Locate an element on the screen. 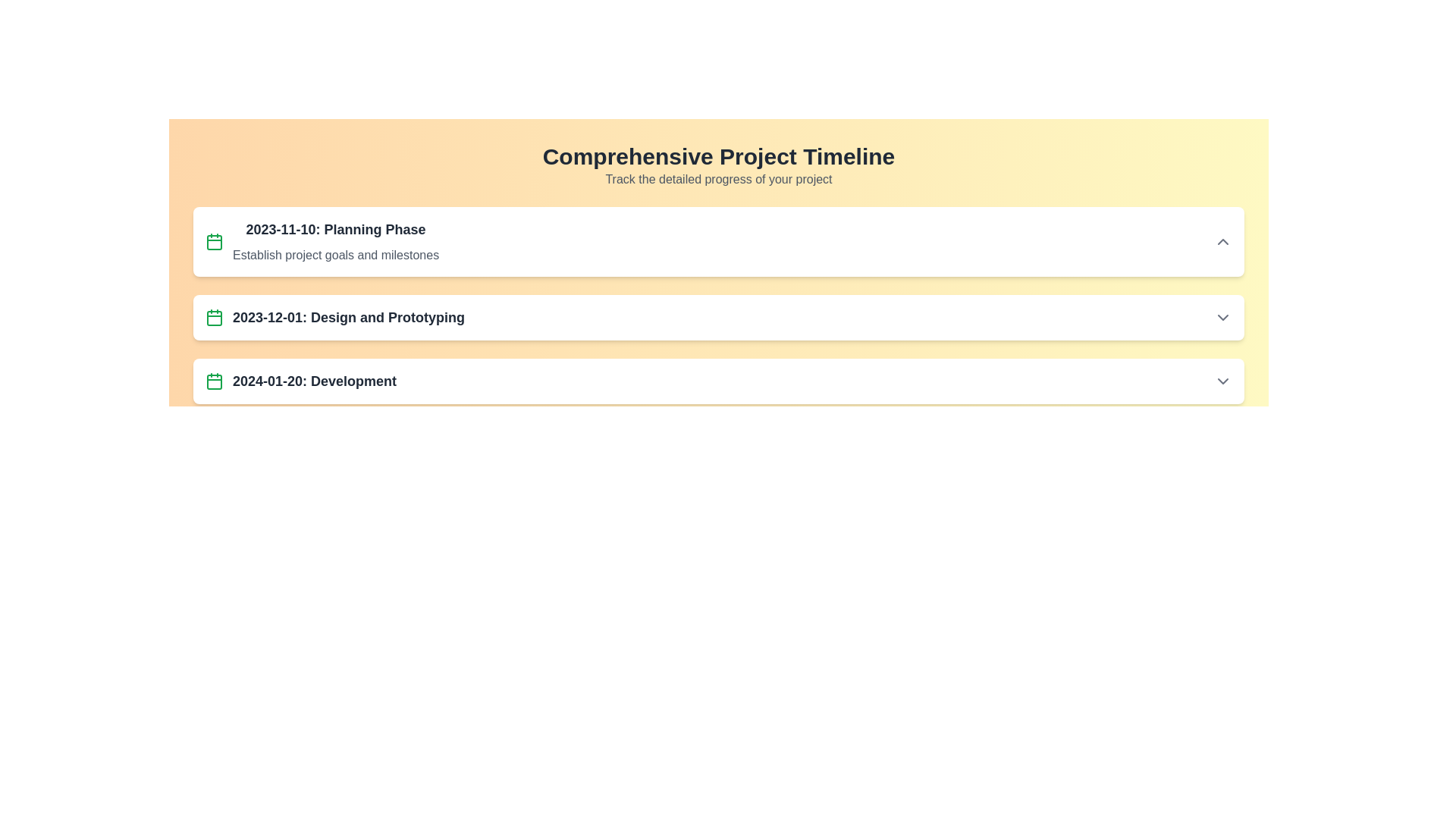  the Event summary item displaying the date '2023-11-10', title 'Planning Phase', and subtitle 'Establish project goals and milestones' is located at coordinates (322, 241).